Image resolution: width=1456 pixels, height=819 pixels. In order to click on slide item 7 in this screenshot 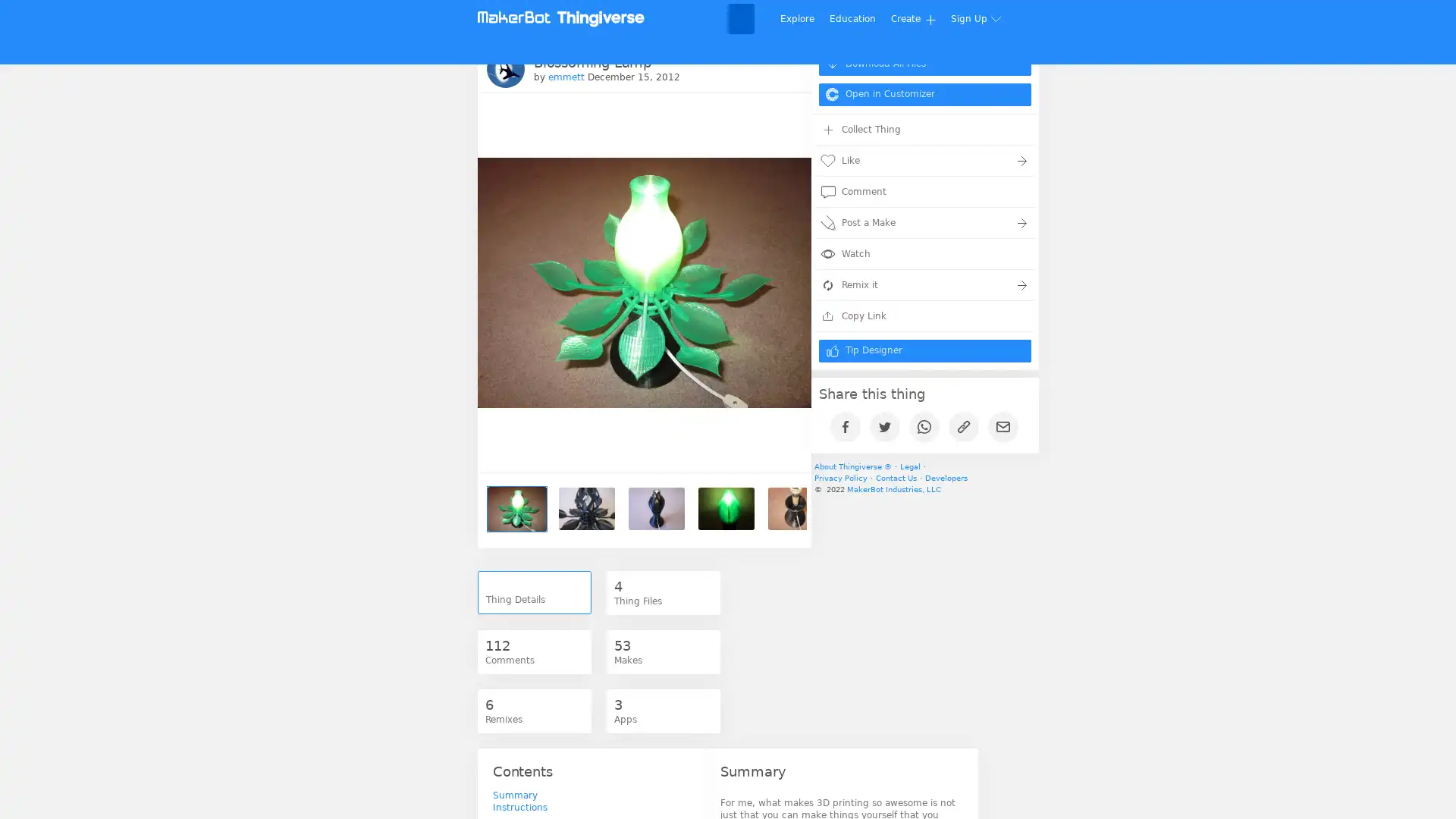, I will do `click(934, 508)`.